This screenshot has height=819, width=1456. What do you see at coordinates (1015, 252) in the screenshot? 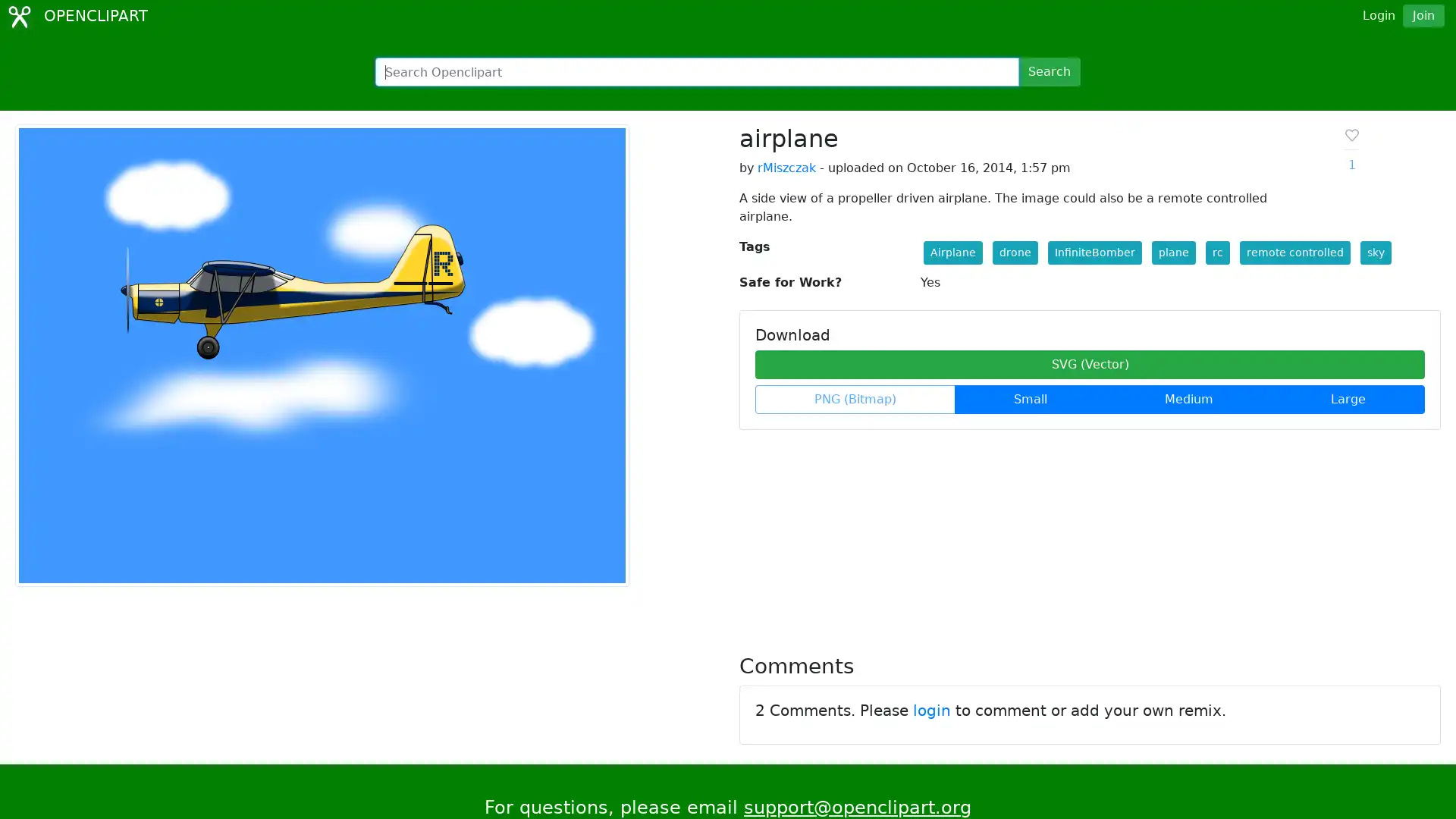
I see `drone` at bounding box center [1015, 252].